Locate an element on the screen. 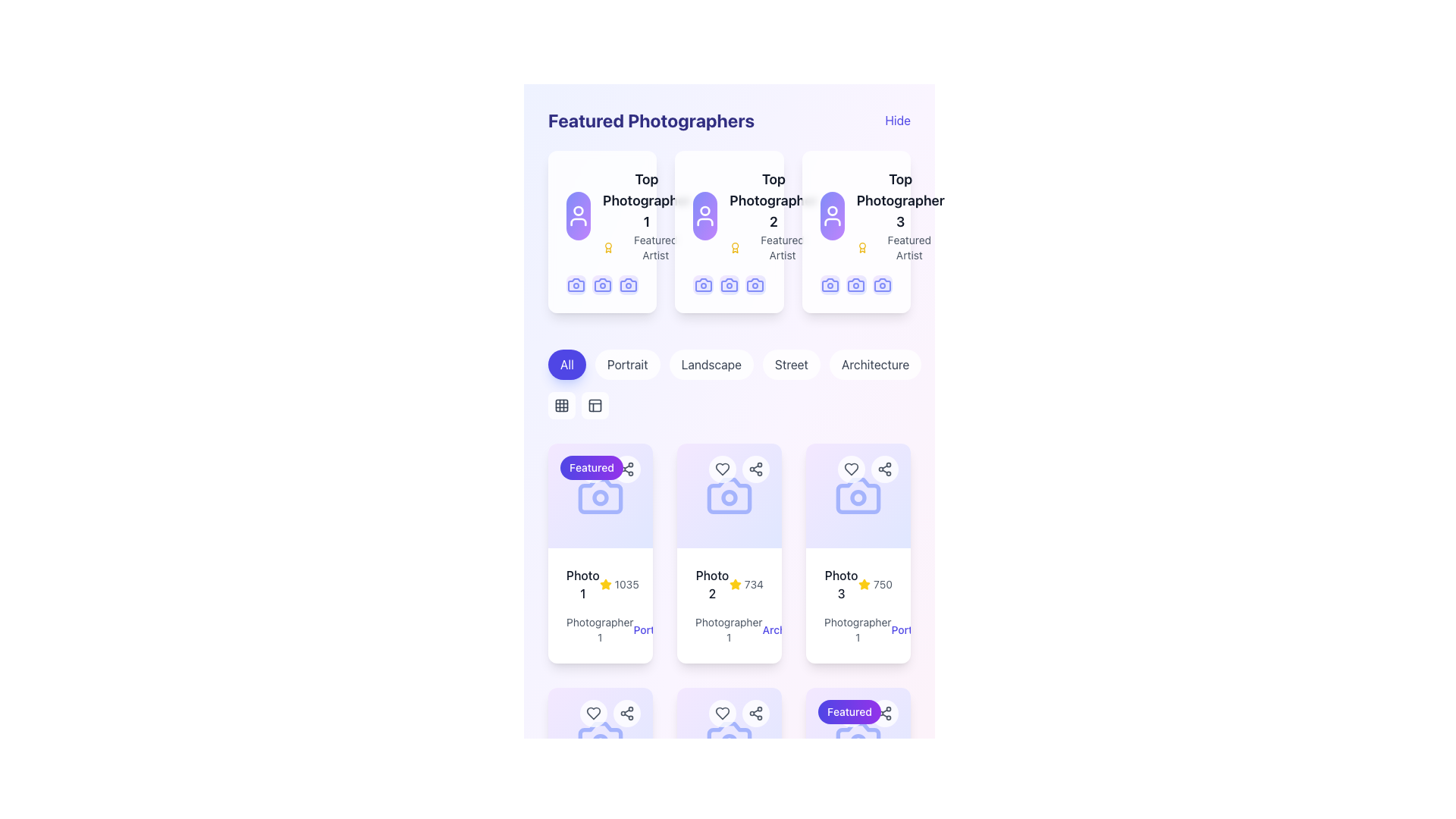 This screenshot has width=1456, height=819. the heart-shaped icon, which is gray and outlined in a minimalist design, located in the top right corner of the card in the second row and third column of the grid layout is located at coordinates (722, 714).